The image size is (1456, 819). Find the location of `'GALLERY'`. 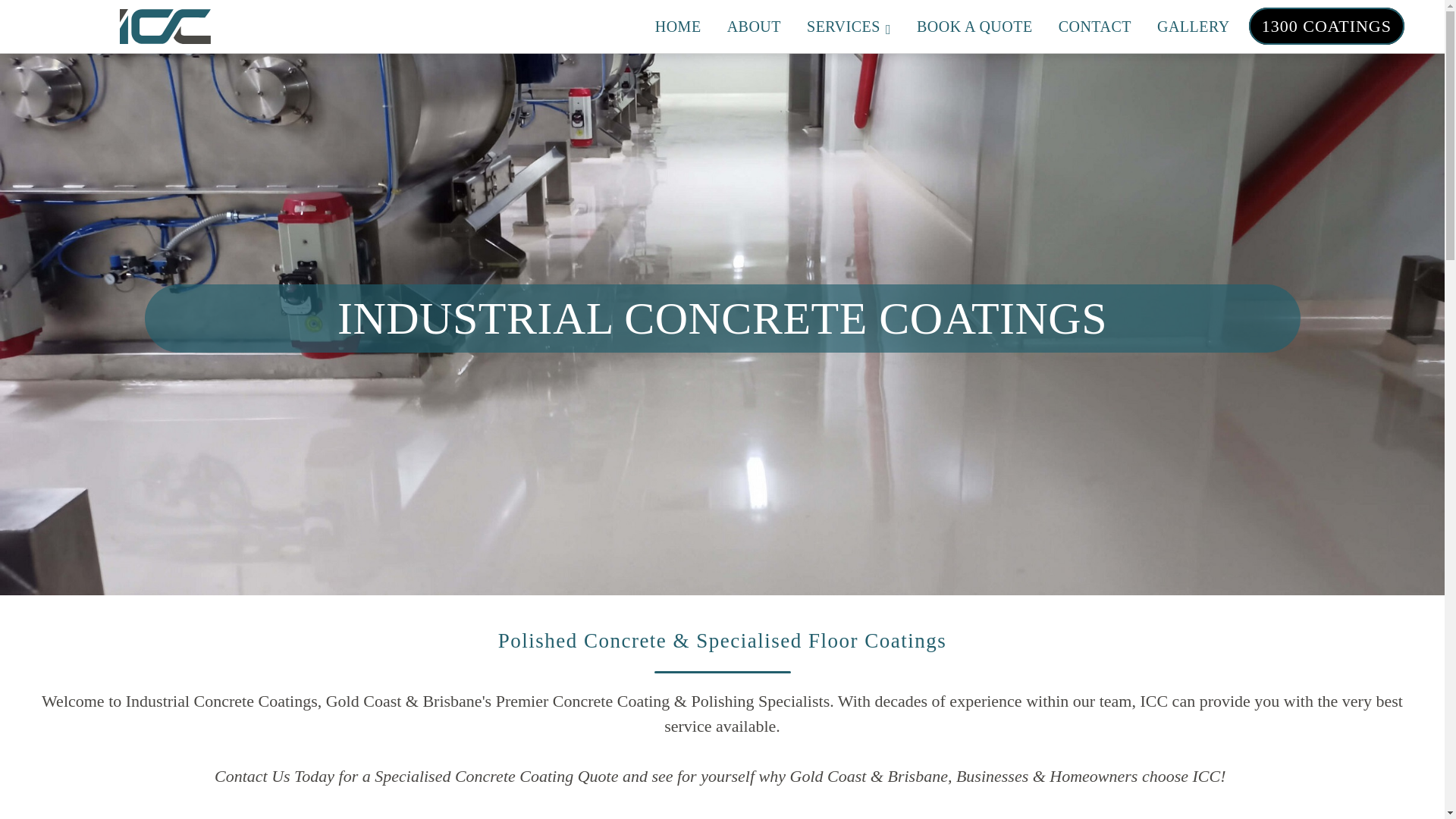

'GALLERY' is located at coordinates (1193, 26).